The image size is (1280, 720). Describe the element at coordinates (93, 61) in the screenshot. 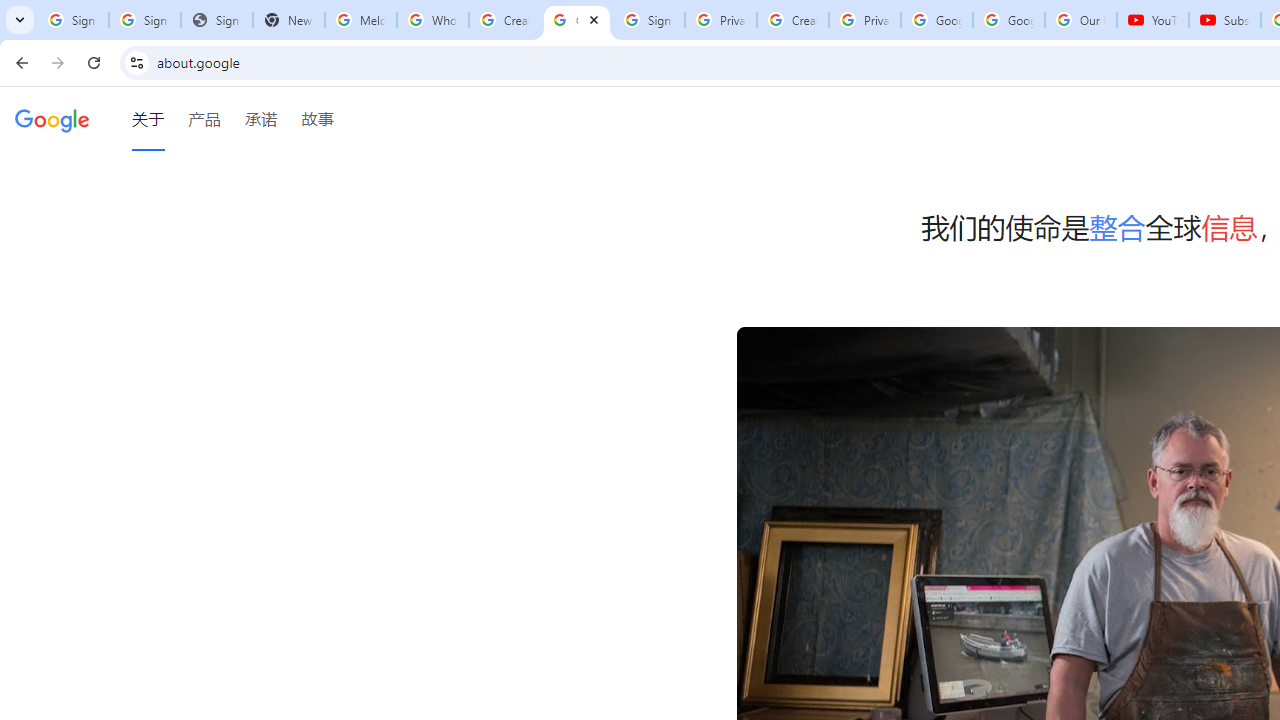

I see `'Reload'` at that location.